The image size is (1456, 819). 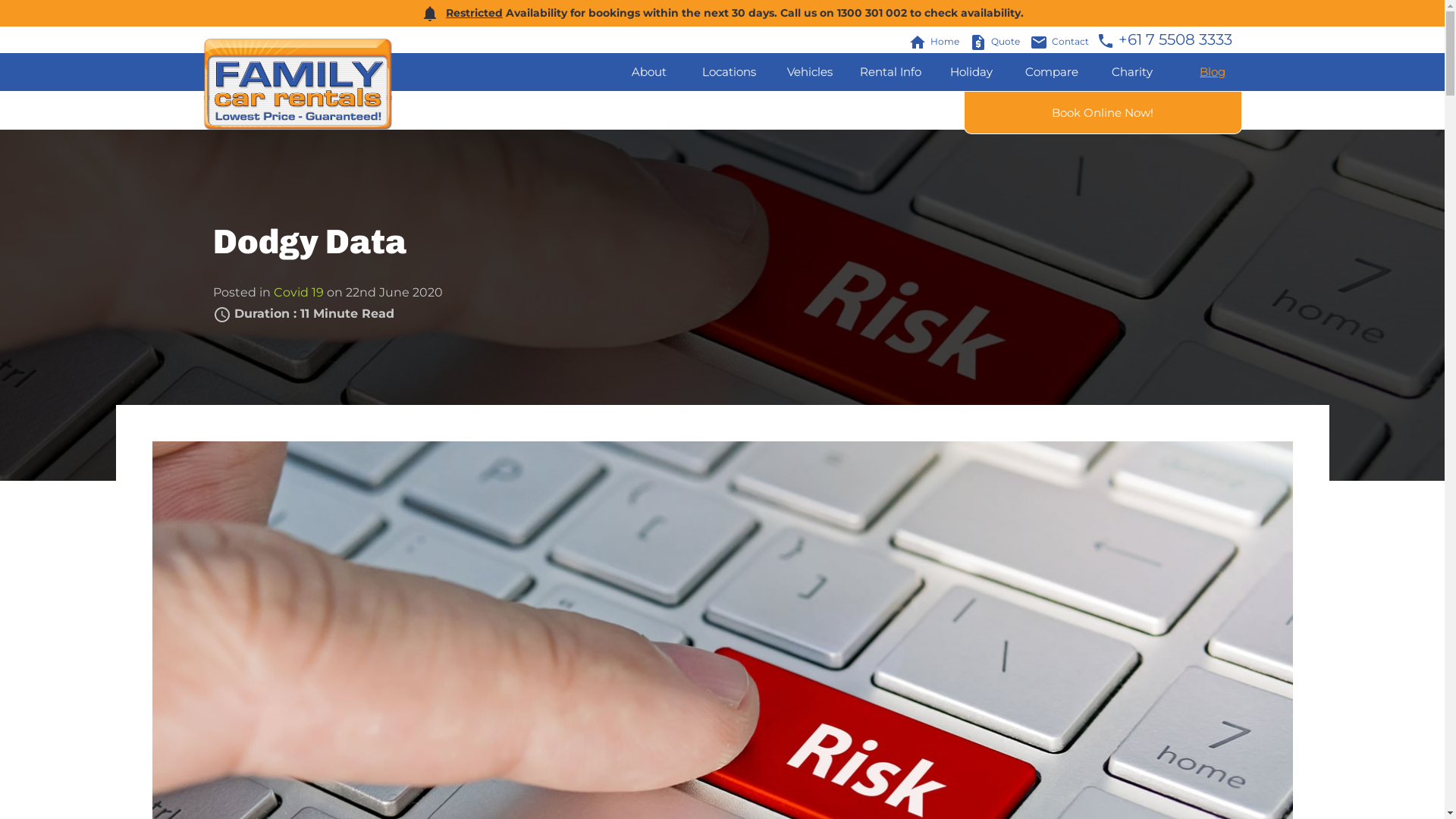 I want to click on 'request_quoteQuote', so click(x=998, y=40).